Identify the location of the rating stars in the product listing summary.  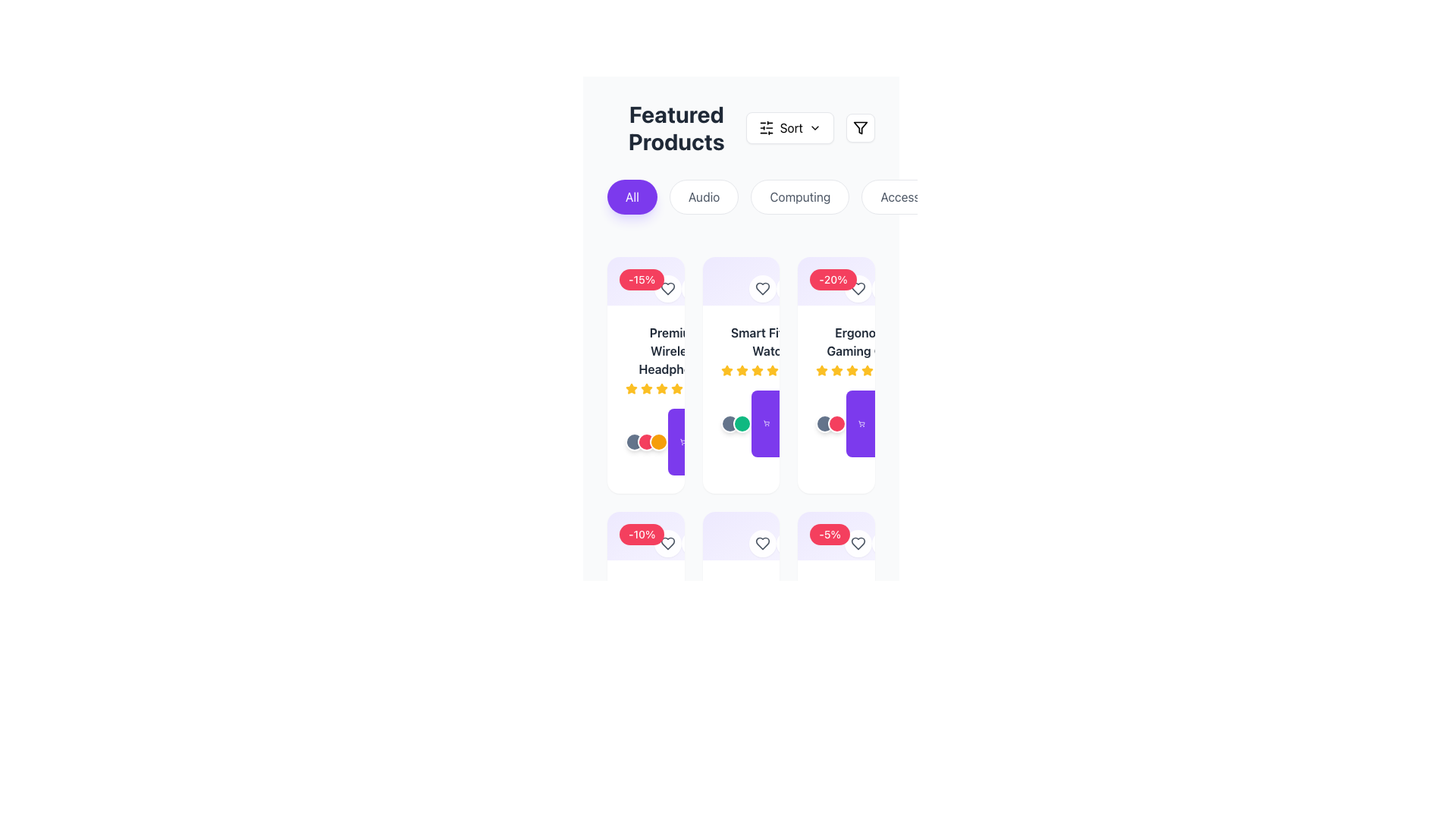
(741, 350).